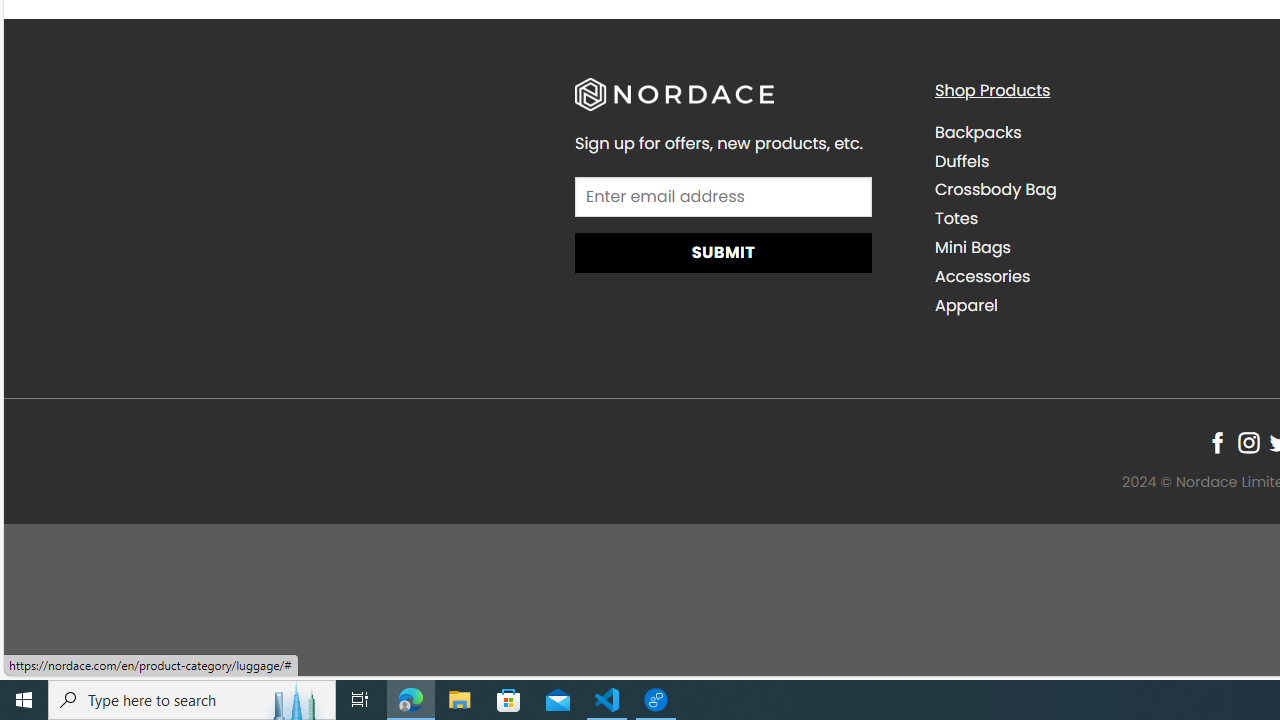  I want to click on 'AutomationID: input_4_1', so click(722, 196).